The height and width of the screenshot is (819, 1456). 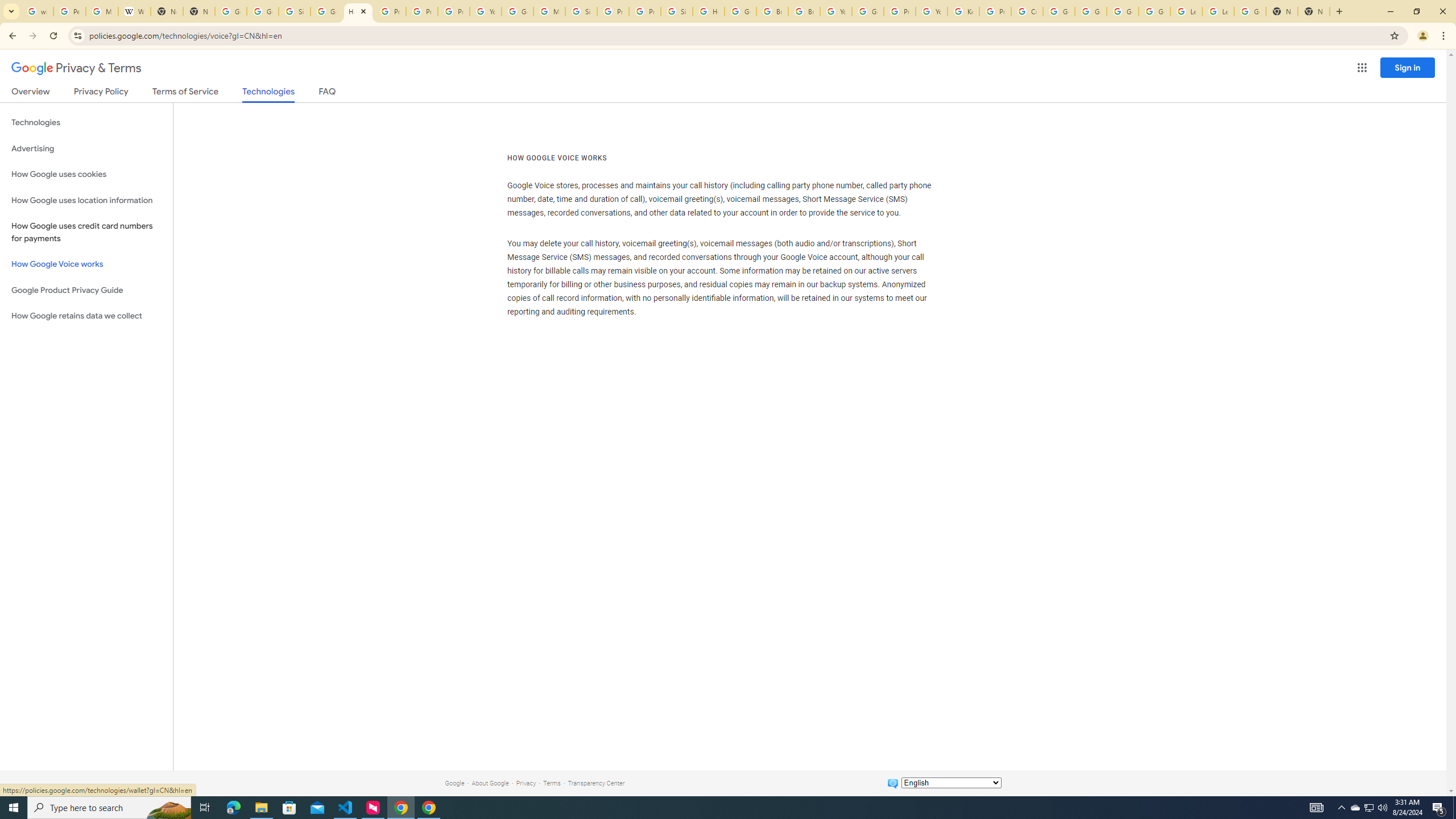 I want to click on 'Transparency Center', so click(x=595, y=783).